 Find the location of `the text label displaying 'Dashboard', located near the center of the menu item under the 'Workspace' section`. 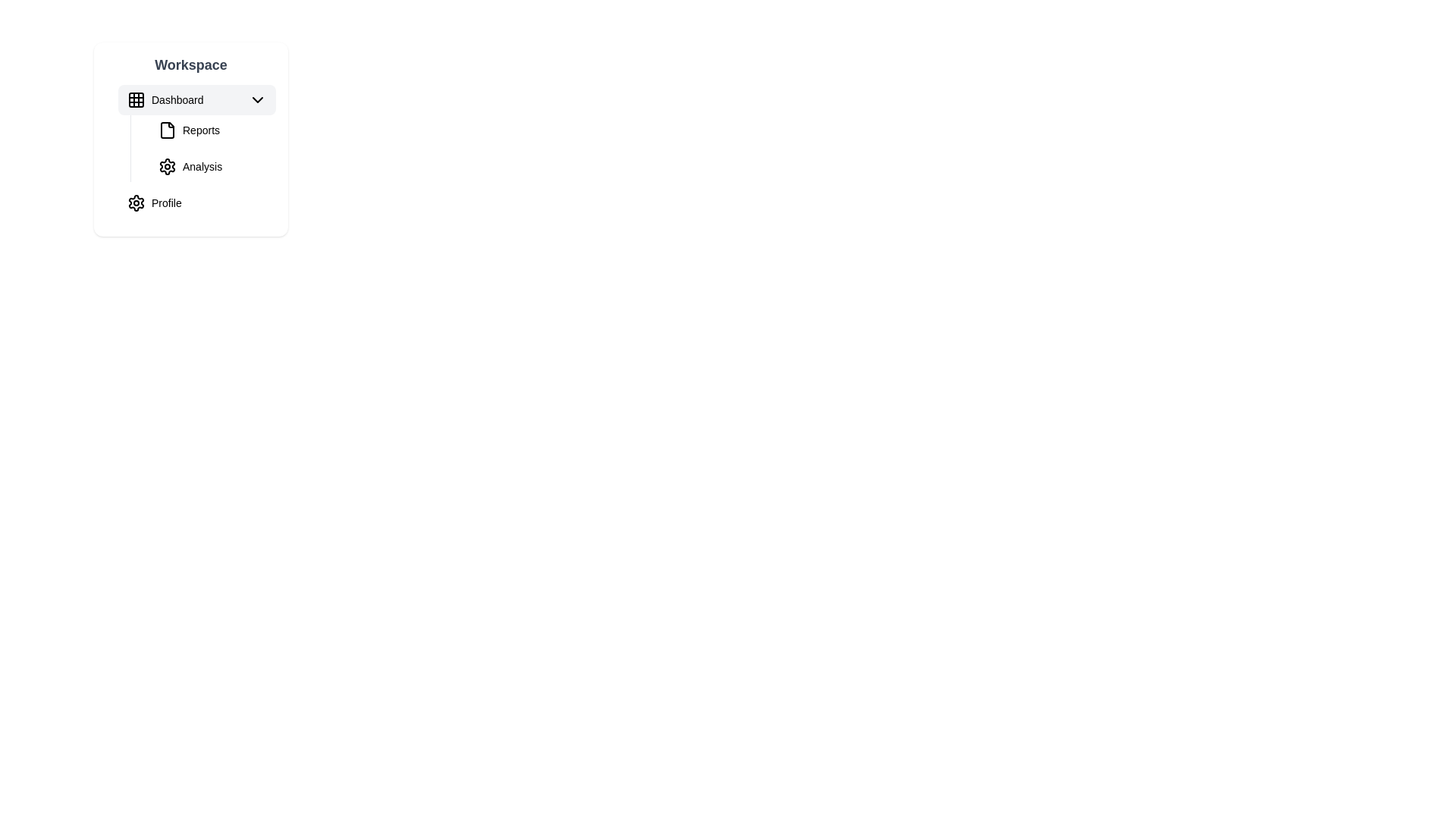

the text label displaying 'Dashboard', located near the center of the menu item under the 'Workspace' section is located at coordinates (177, 99).